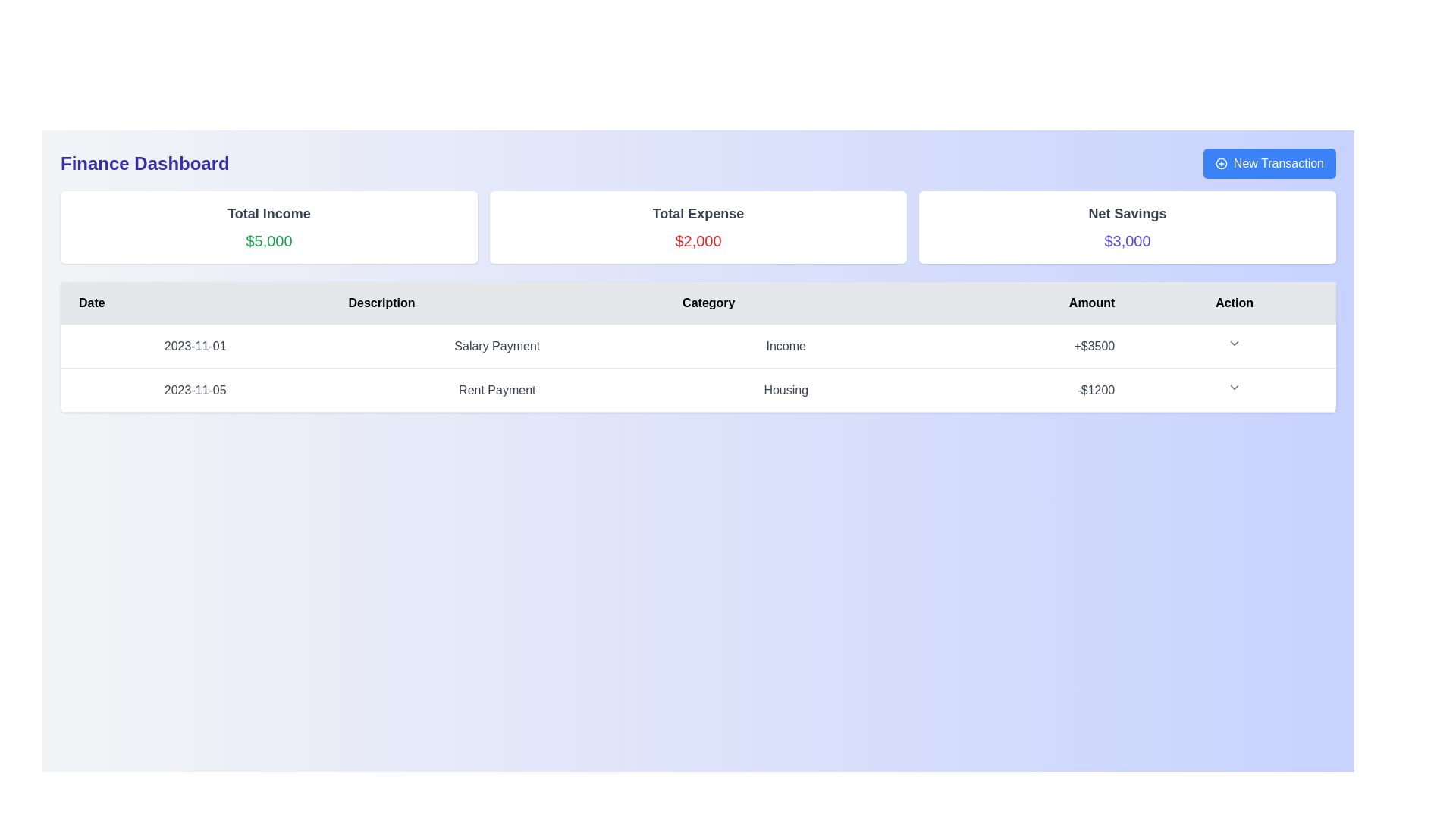 Image resolution: width=1456 pixels, height=819 pixels. Describe the element at coordinates (269, 240) in the screenshot. I see `the static text displaying the value '$5,000' which is styled in green and positioned beneath the label 'Total Income'` at that location.